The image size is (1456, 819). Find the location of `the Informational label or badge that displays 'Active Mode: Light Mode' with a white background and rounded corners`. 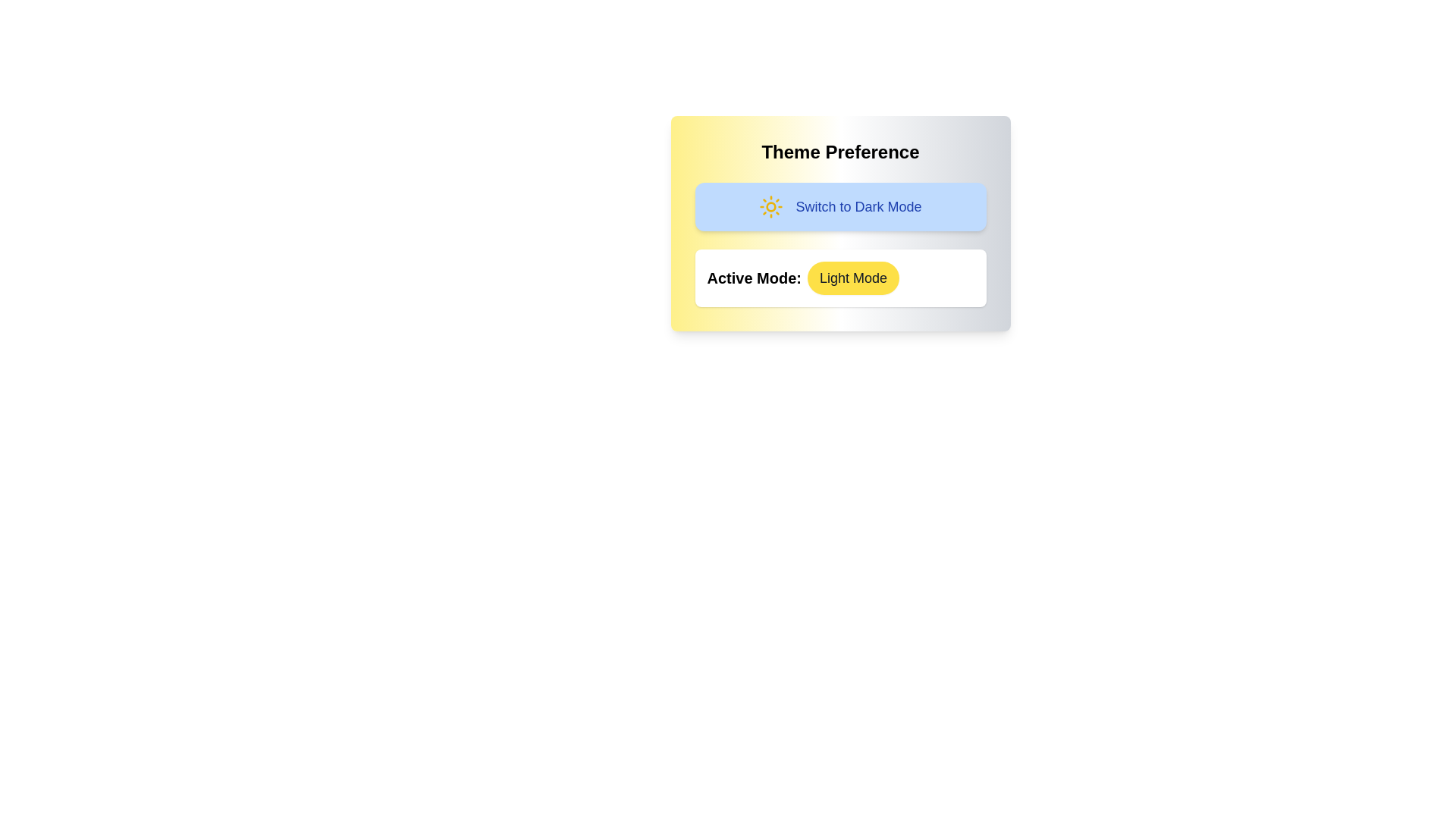

the Informational label or badge that displays 'Active Mode: Light Mode' with a white background and rounded corners is located at coordinates (839, 278).